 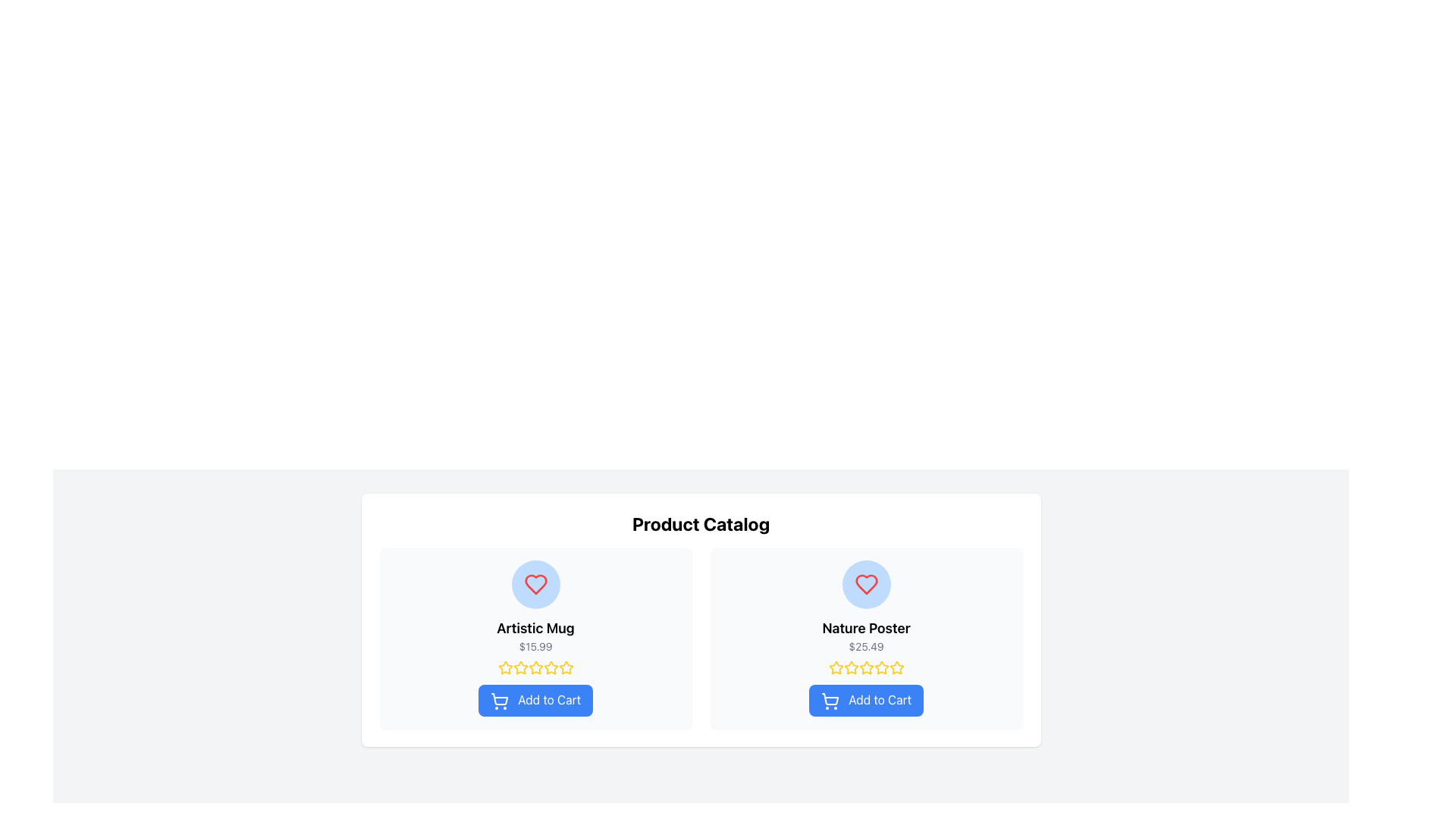 What do you see at coordinates (835, 667) in the screenshot?
I see `the first star icon in the rating bar of the 'Nature Poster' product card` at bounding box center [835, 667].